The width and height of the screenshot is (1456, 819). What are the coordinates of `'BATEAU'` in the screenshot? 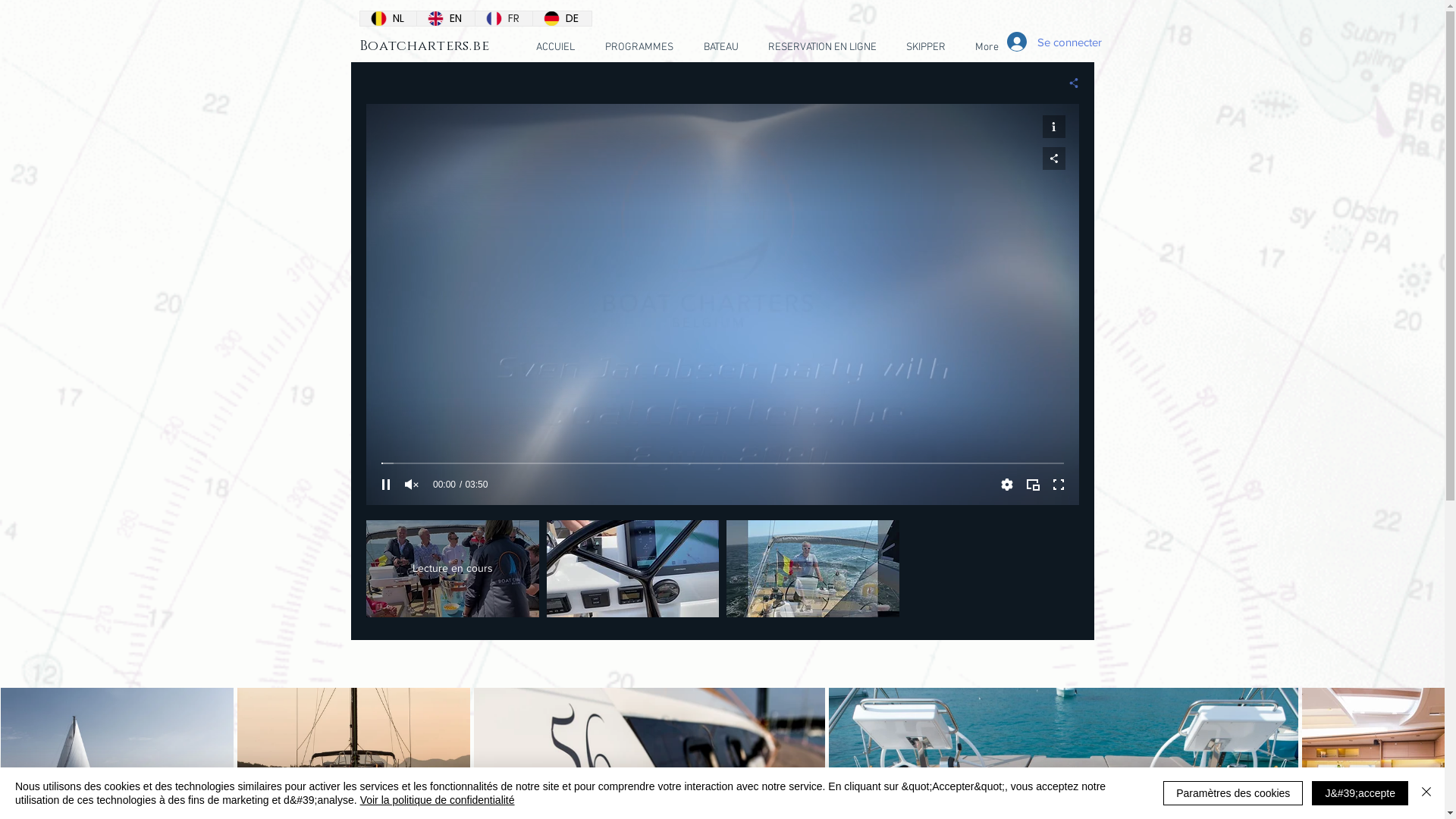 It's located at (687, 46).